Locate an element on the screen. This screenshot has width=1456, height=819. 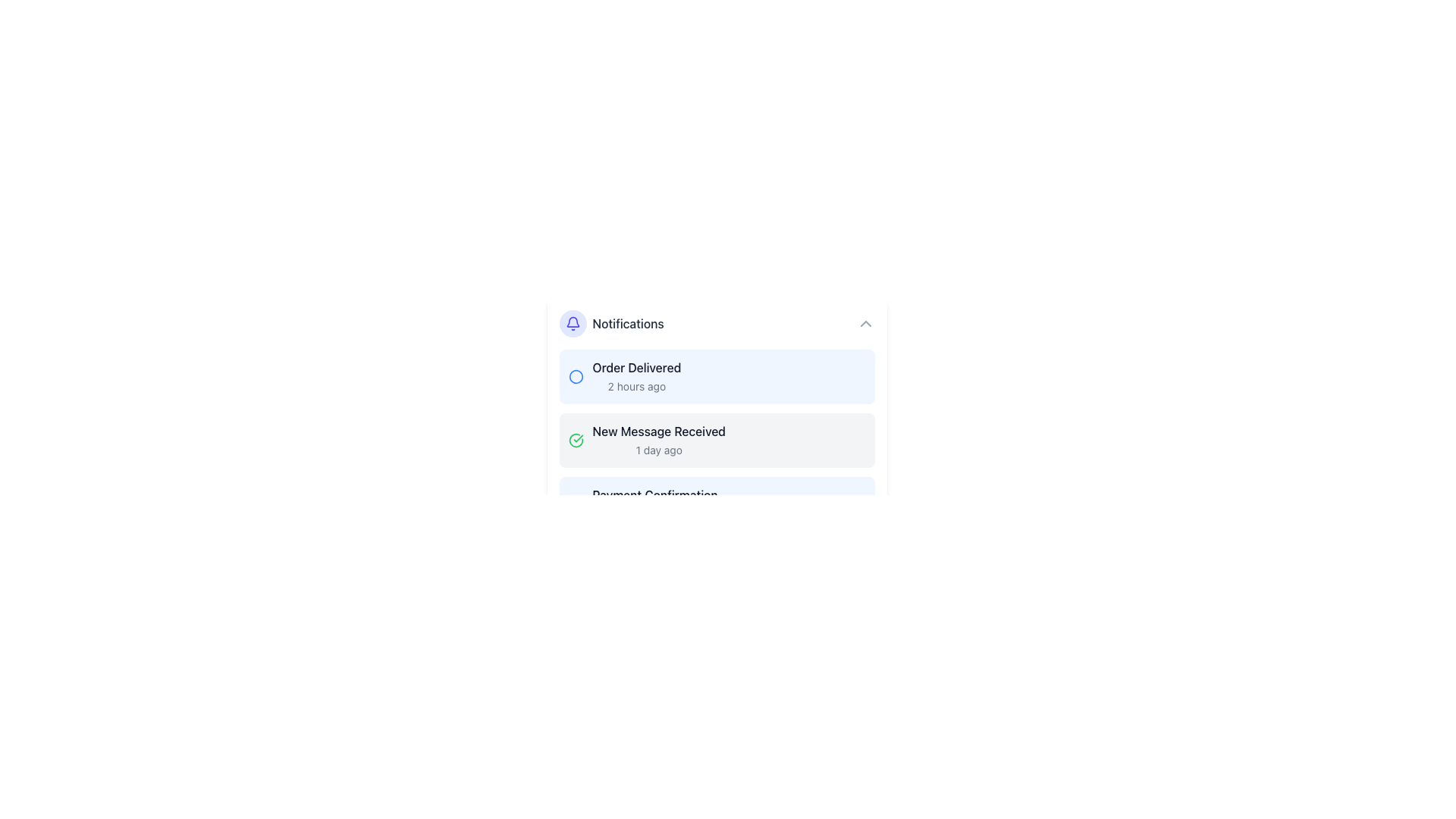
the 'Payment Confirmation' text label, which is bold and dark gray, located within the third notification card above the smaller text '3 days ago' is located at coordinates (655, 494).